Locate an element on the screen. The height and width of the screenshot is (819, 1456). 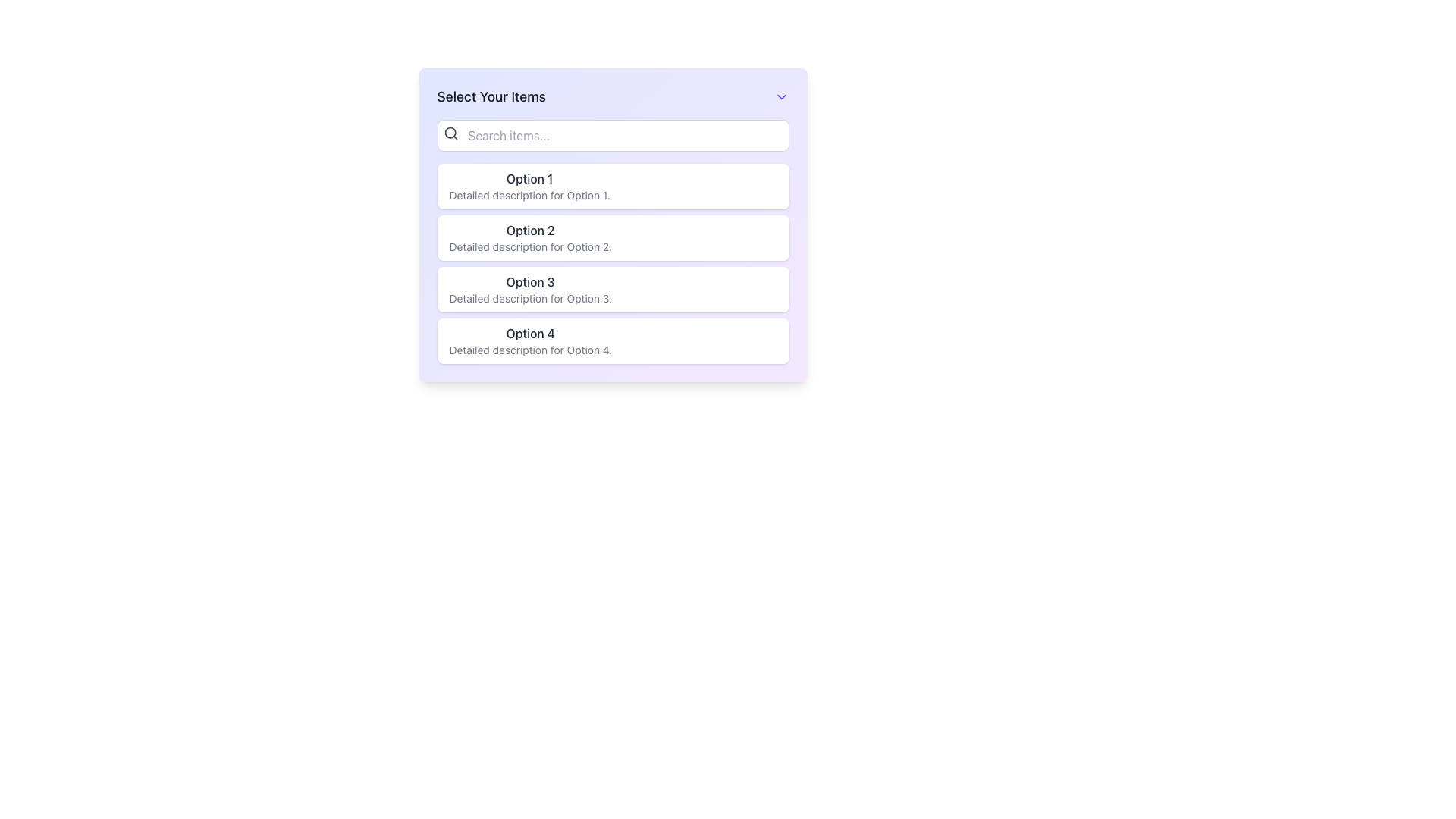
the downward-pointing chevron icon styled in blue, located next to the title text 'Select Your Items' is located at coordinates (781, 96).